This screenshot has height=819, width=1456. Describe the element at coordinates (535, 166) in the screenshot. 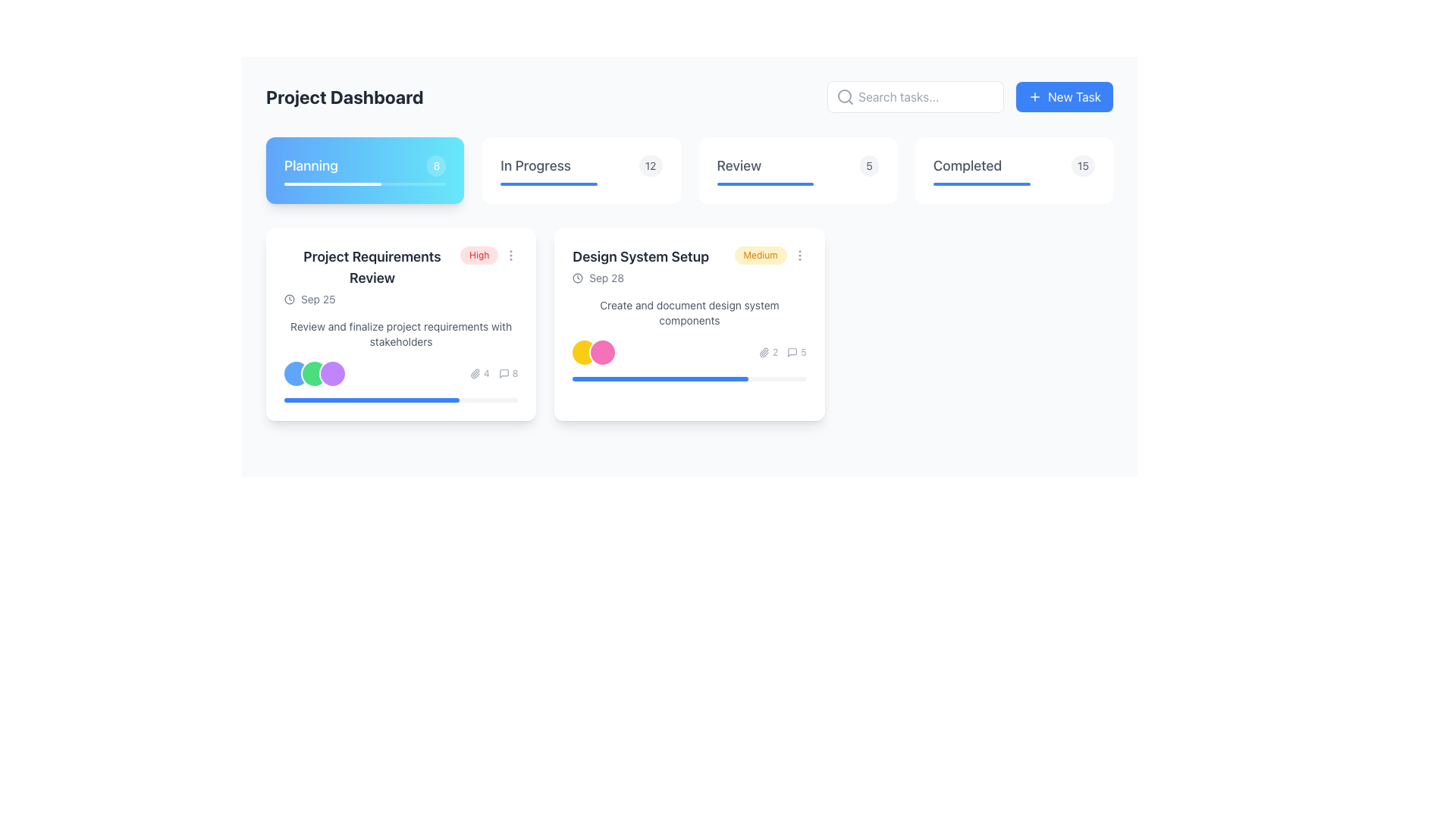

I see `the 'In Progress' Text Label located between the 'Planning' and 'Review' sections, indicating the current status of tasks` at that location.